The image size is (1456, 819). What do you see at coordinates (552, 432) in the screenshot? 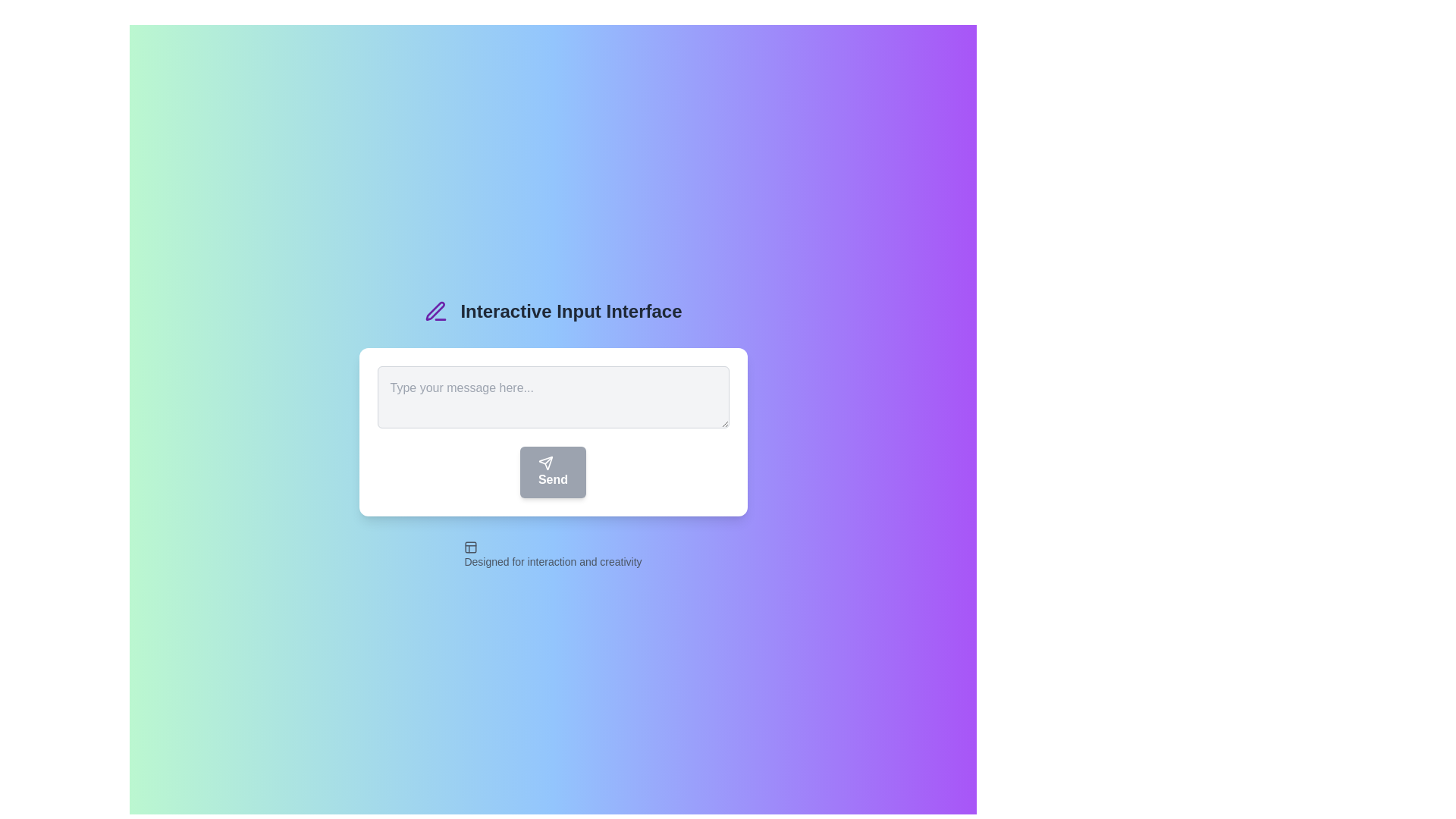
I see `the 'Send' button in the messaging interface` at bounding box center [552, 432].